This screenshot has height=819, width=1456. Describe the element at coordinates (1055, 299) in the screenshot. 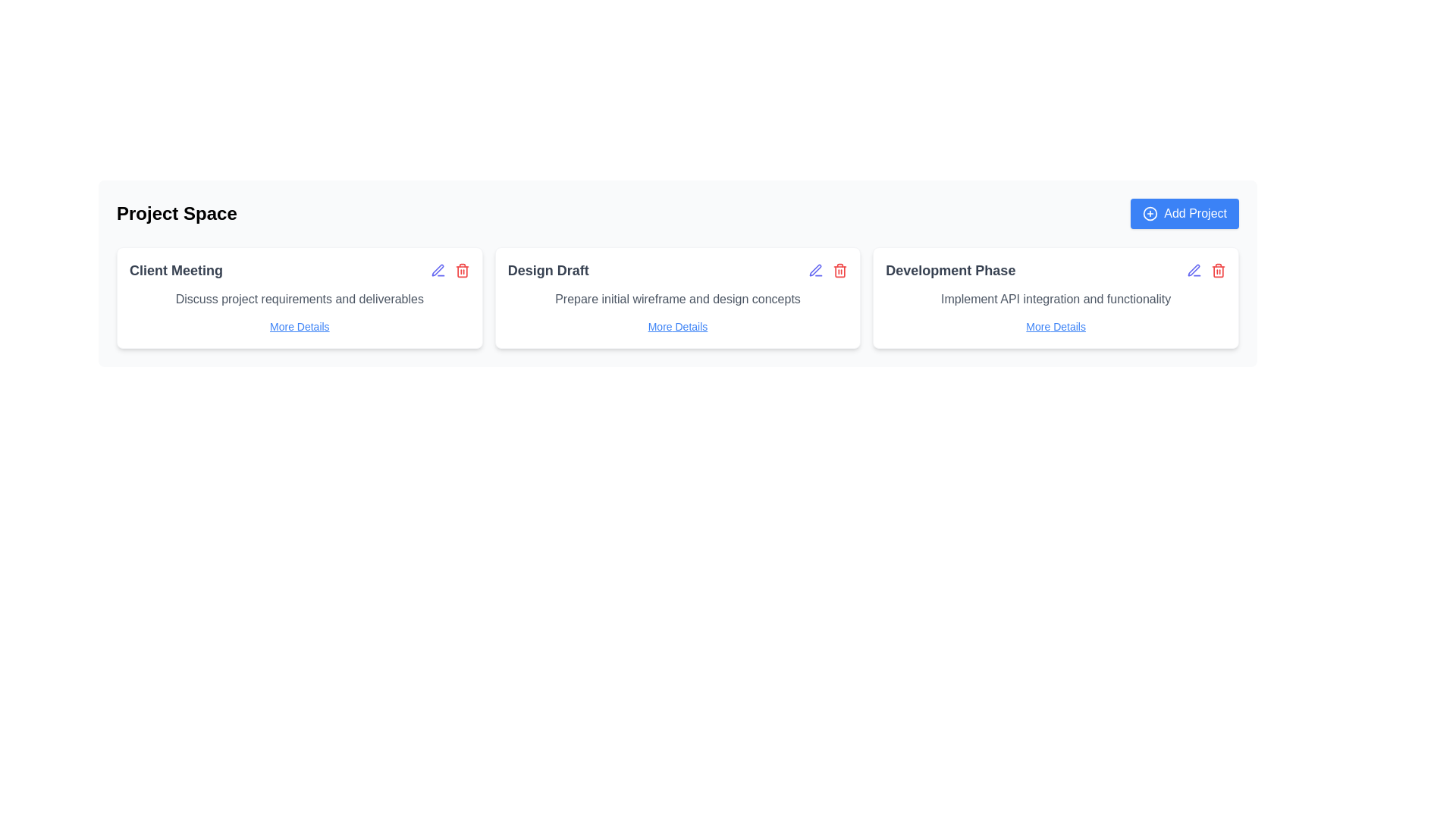

I see `the Text label indicating the 'Development Phase' functionality, which is centrally positioned within the third card, below the heading 'Development Phase' and above the 'More Details' link` at that location.